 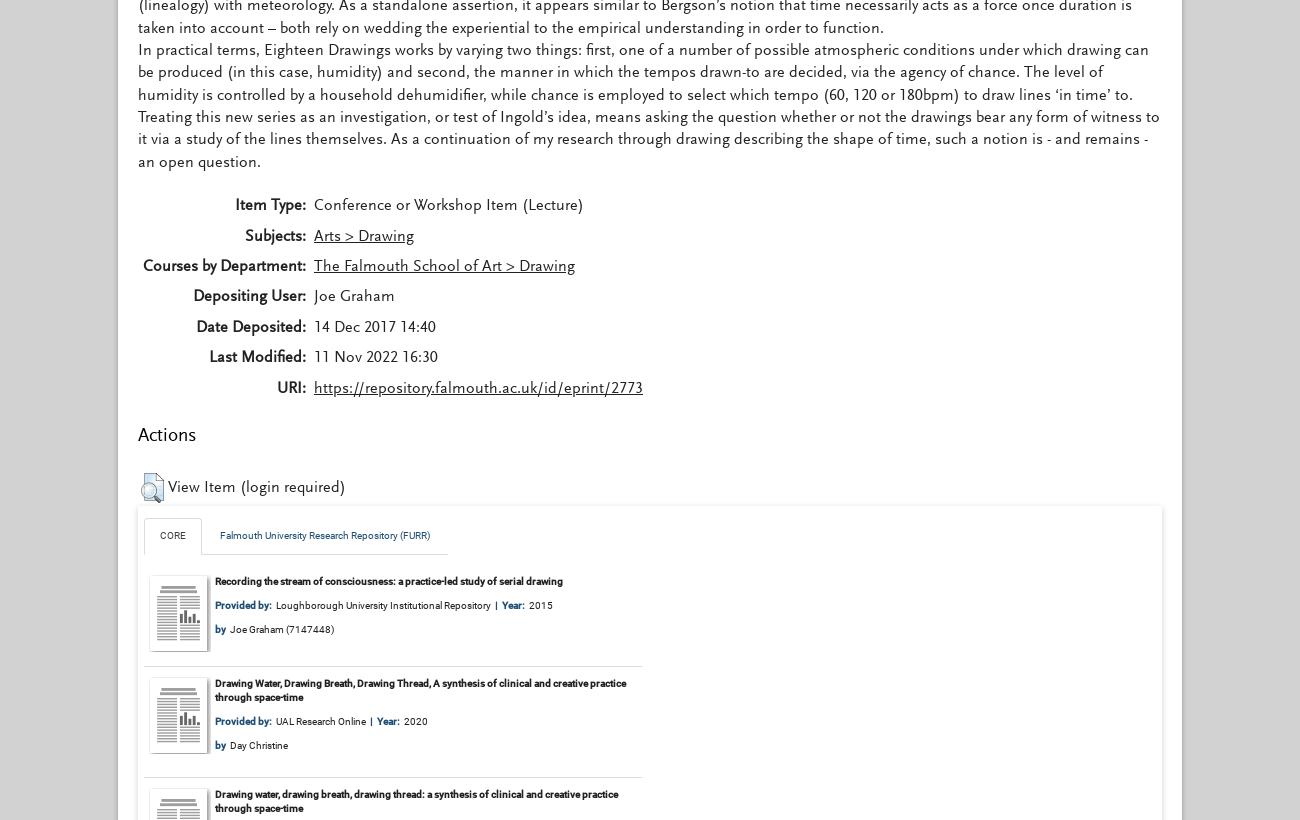 I want to click on 'https://repository.falmouth.ac.uk/id/eprint/2773', so click(x=477, y=388).